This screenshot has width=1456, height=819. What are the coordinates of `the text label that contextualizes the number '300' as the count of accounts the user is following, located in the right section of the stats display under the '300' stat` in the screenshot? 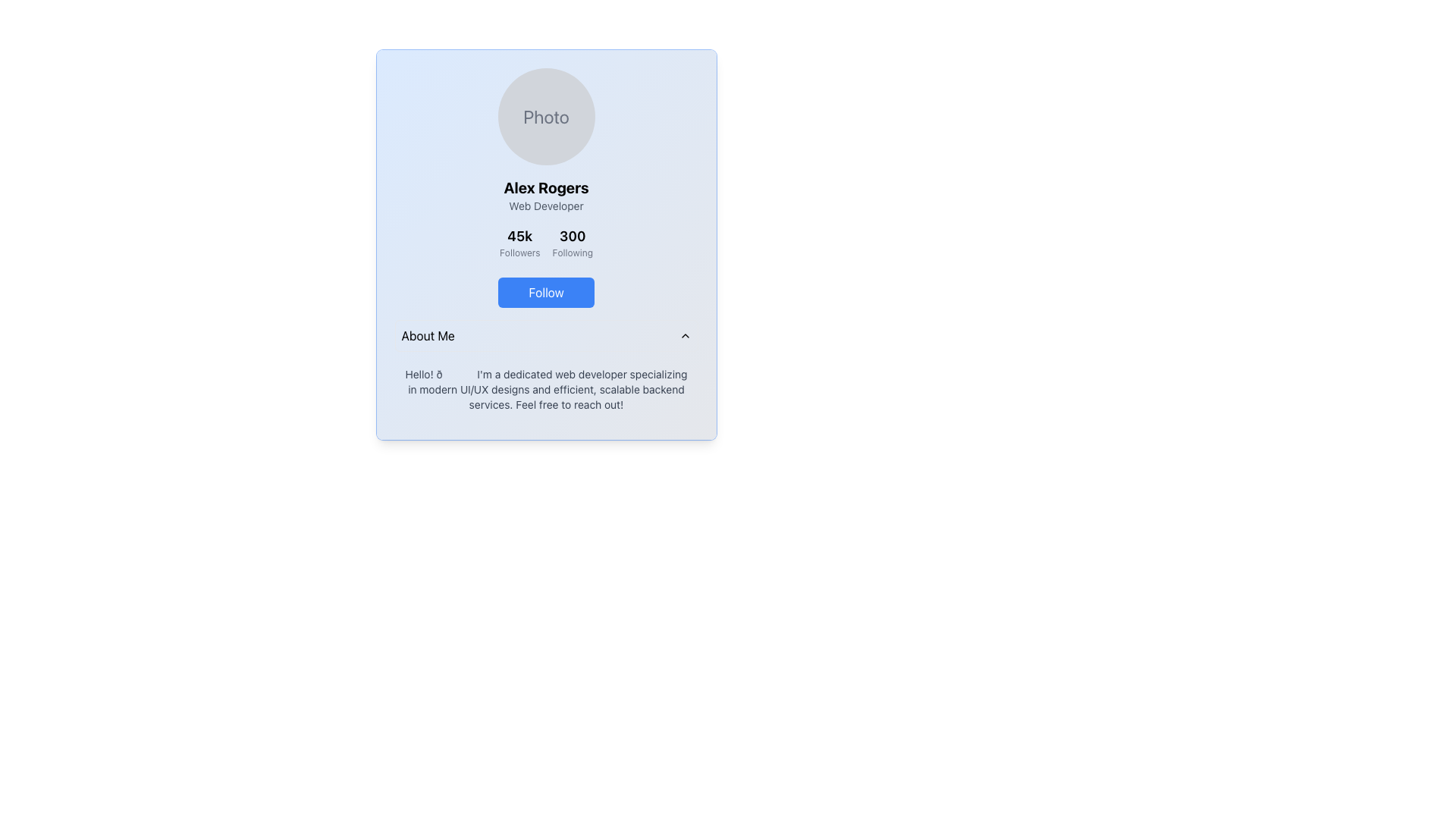 It's located at (572, 253).